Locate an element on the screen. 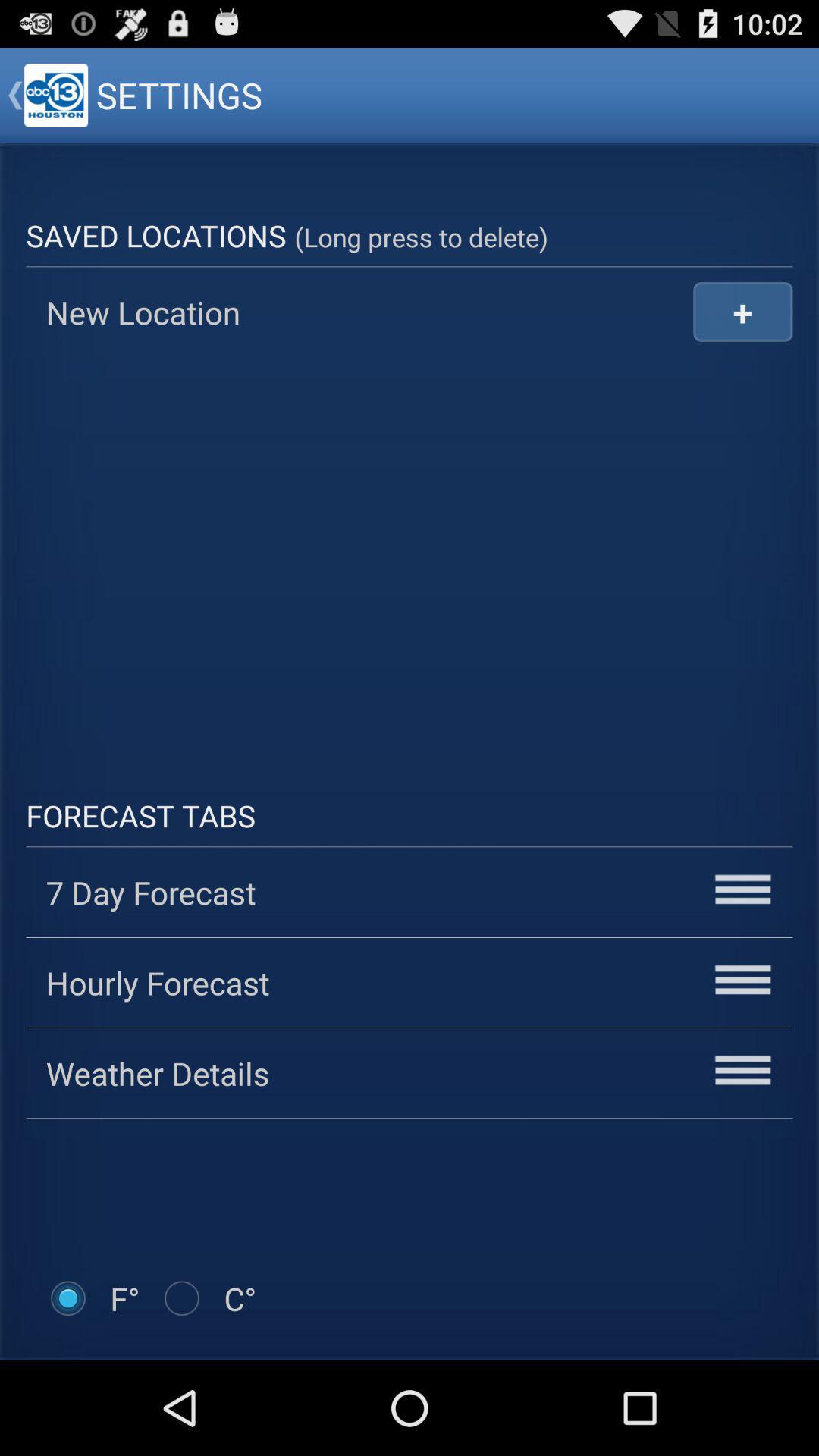 The height and width of the screenshot is (1456, 819). item below the weather details icon is located at coordinates (93, 1298).